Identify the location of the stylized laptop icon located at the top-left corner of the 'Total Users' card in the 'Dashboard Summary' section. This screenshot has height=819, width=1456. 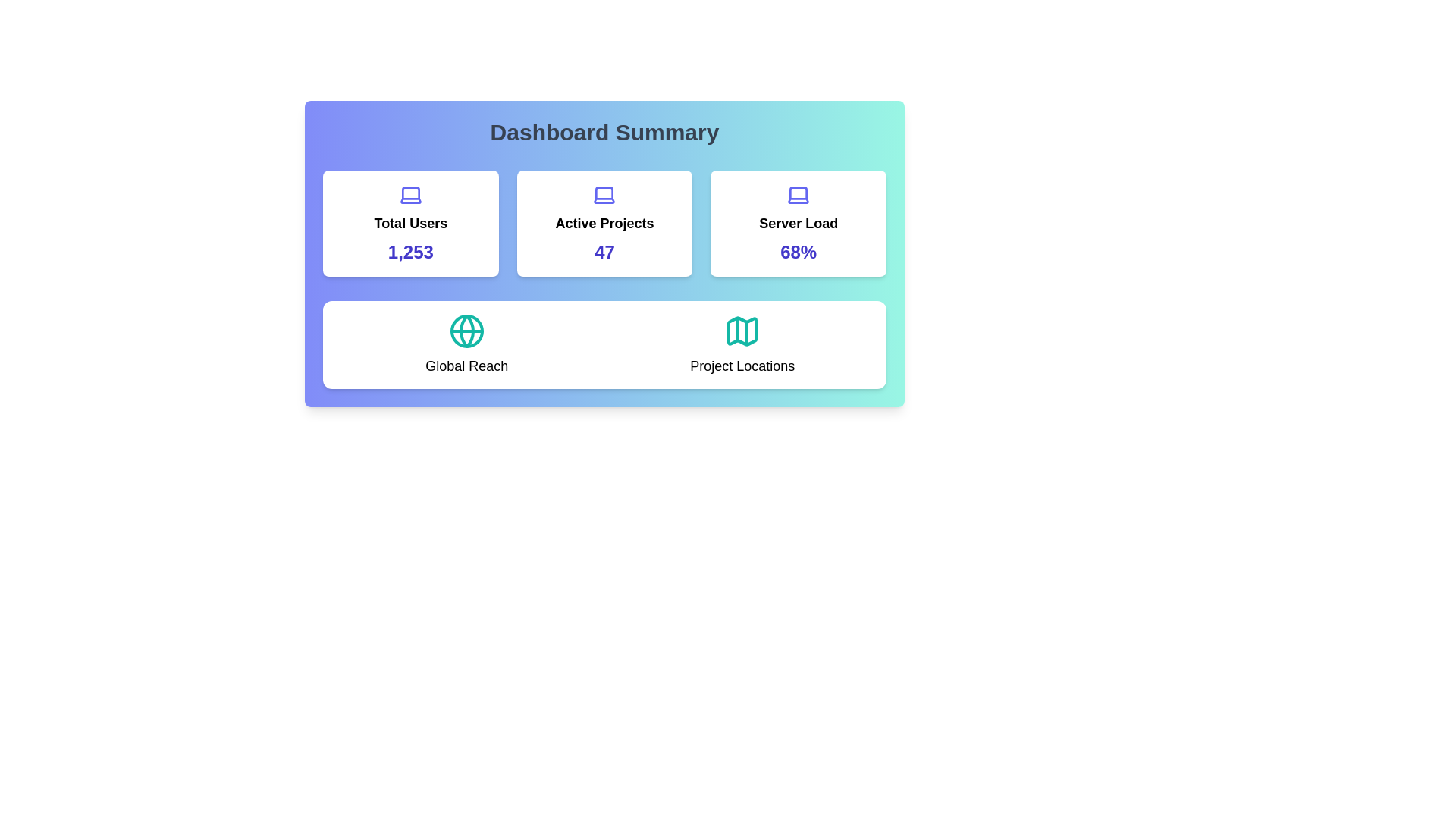
(410, 194).